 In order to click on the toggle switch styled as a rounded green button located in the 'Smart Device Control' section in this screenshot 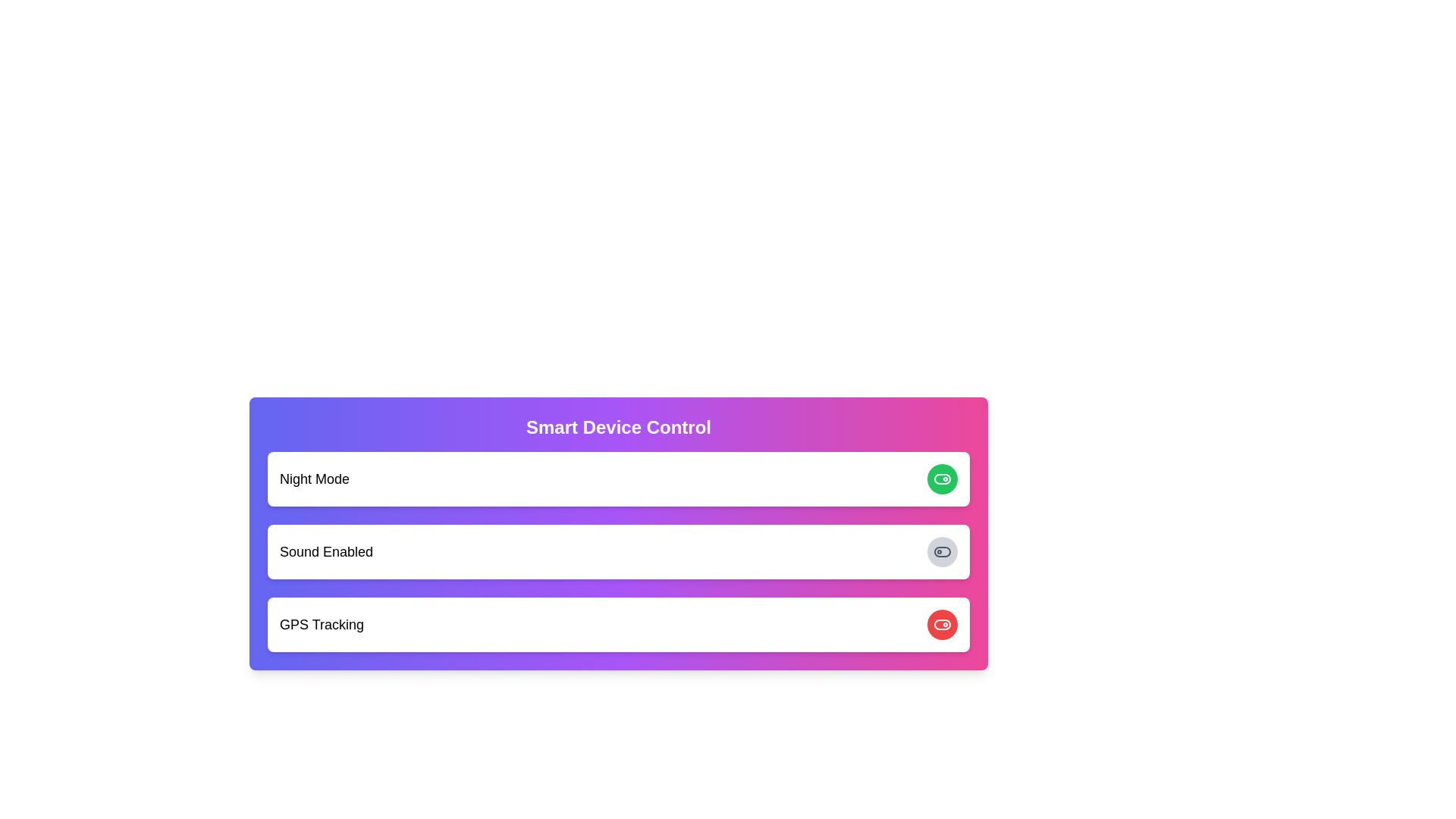, I will do `click(942, 479)`.